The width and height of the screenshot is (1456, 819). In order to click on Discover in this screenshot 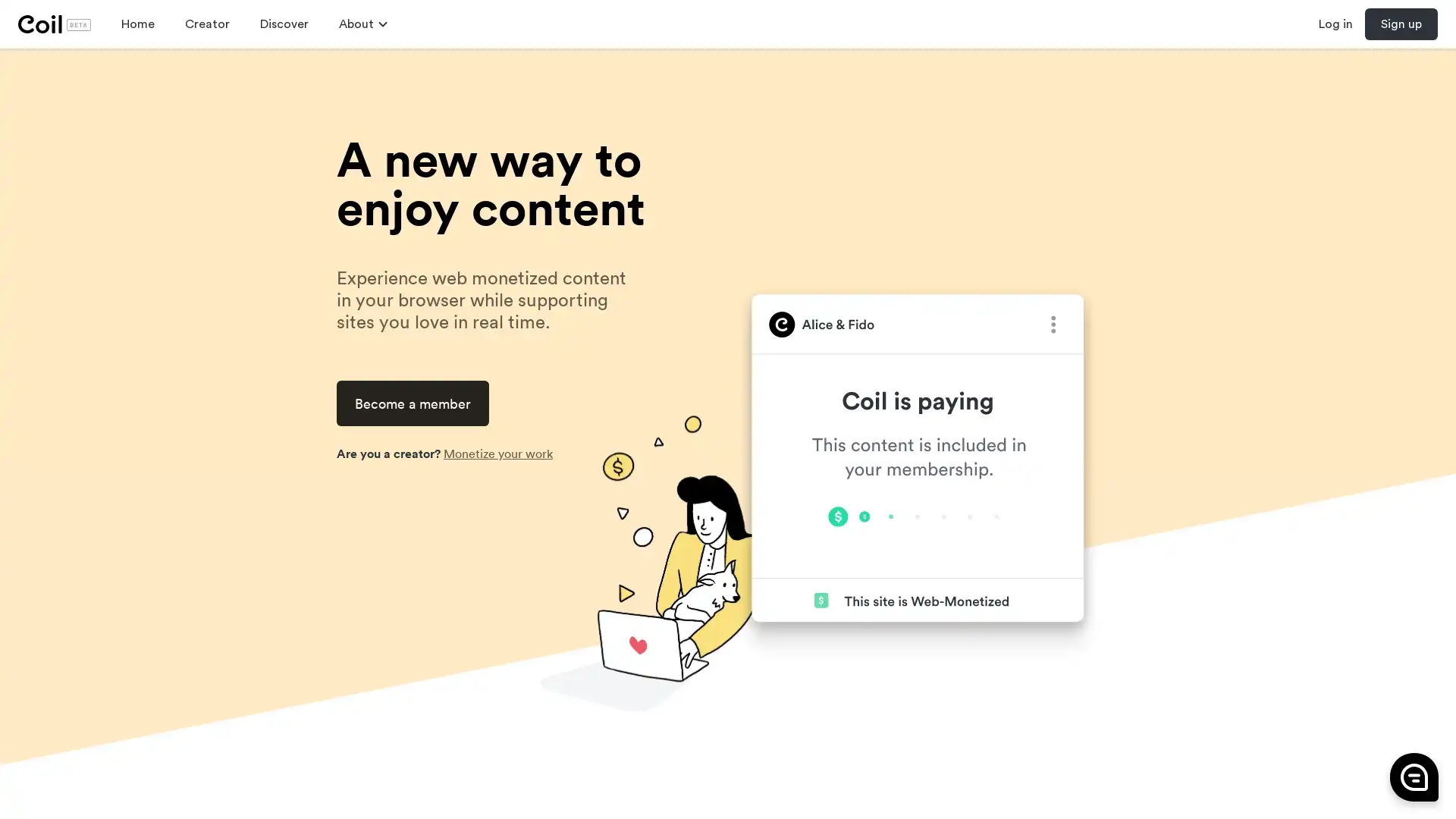, I will do `click(284, 24)`.